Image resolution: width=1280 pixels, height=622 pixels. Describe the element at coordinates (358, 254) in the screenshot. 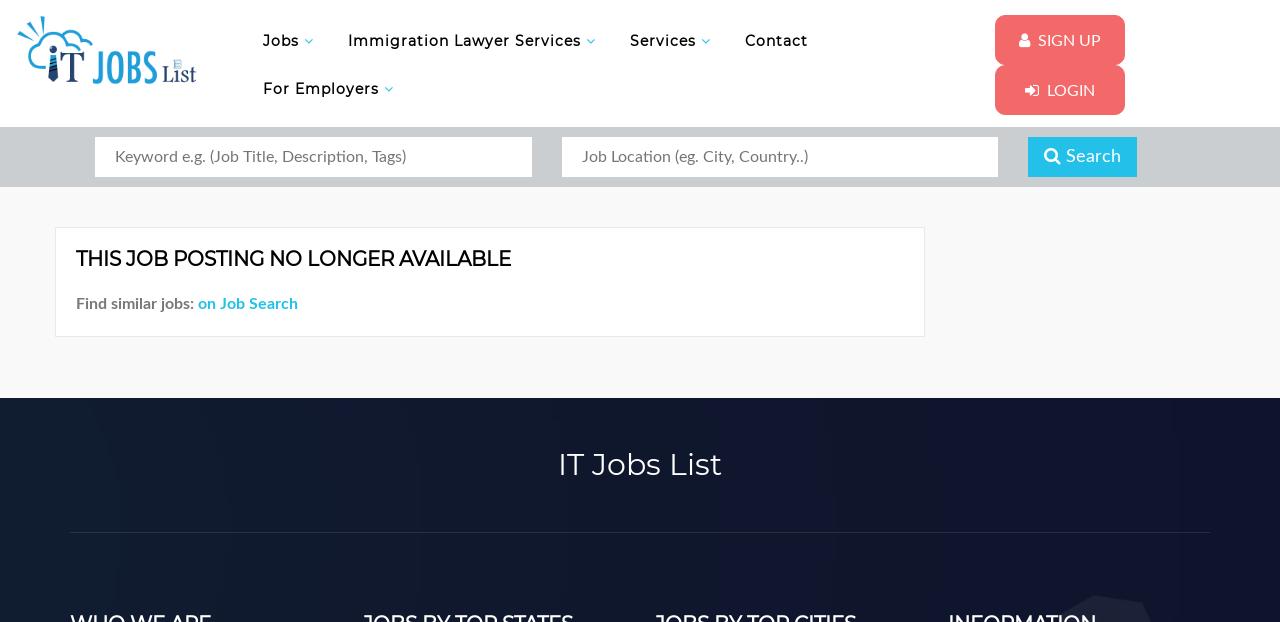

I see `'H1b Transfer'` at that location.